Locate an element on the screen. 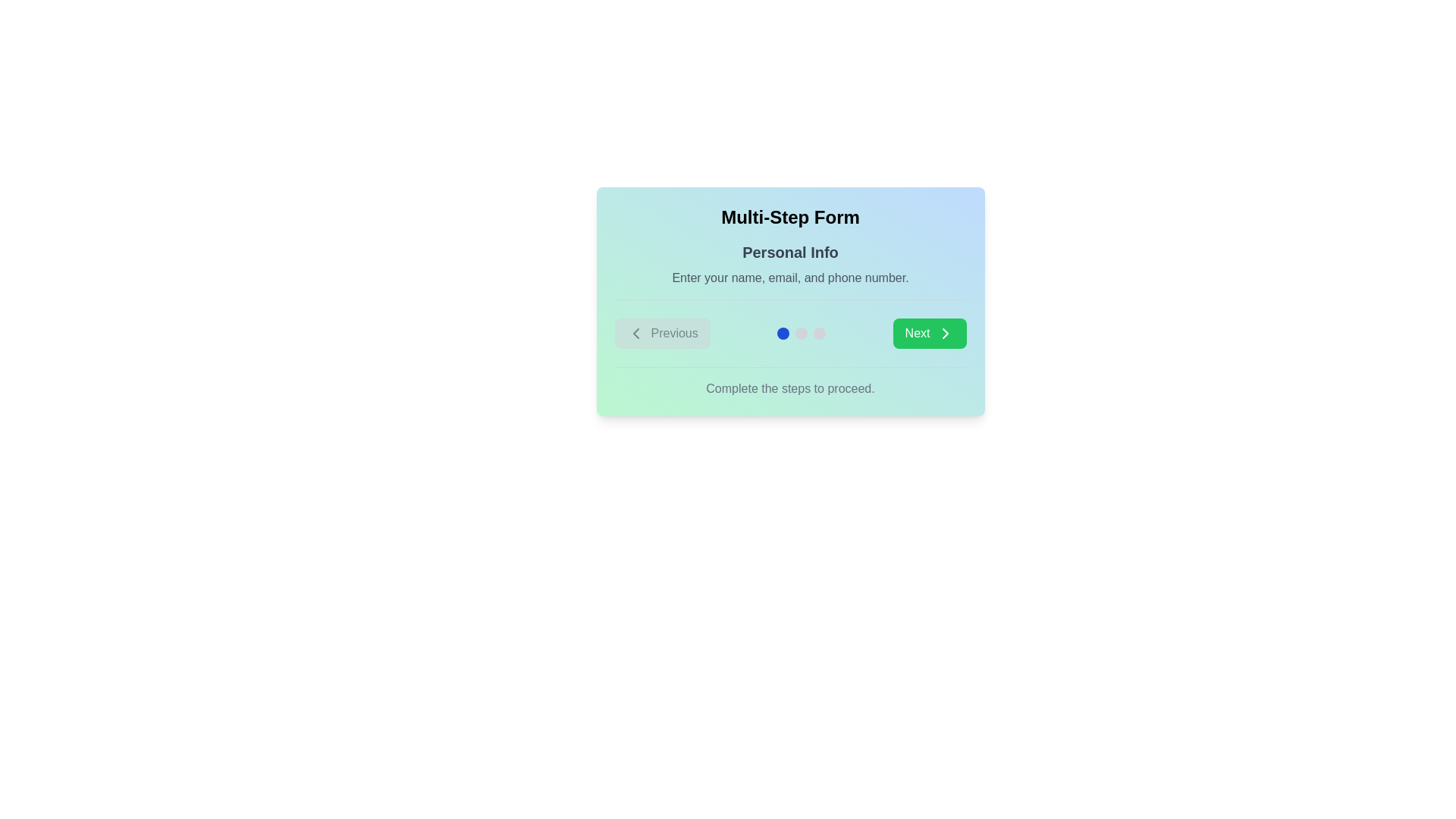  the step indicator located centrally between the 'Previous' button and the 'Next' button in the multi-step process is located at coordinates (801, 332).